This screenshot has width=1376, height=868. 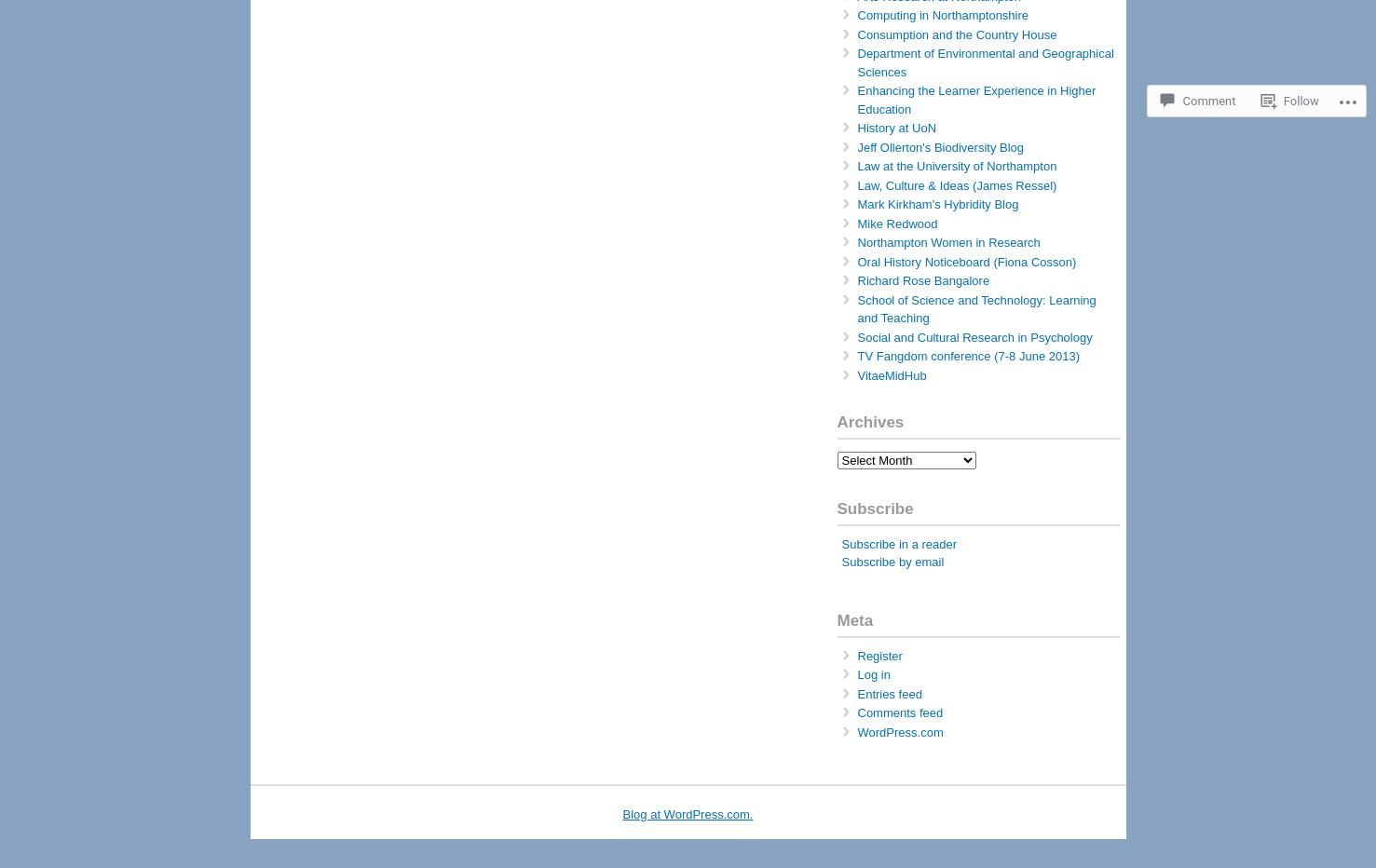 What do you see at coordinates (895, 127) in the screenshot?
I see `'History at UoN'` at bounding box center [895, 127].